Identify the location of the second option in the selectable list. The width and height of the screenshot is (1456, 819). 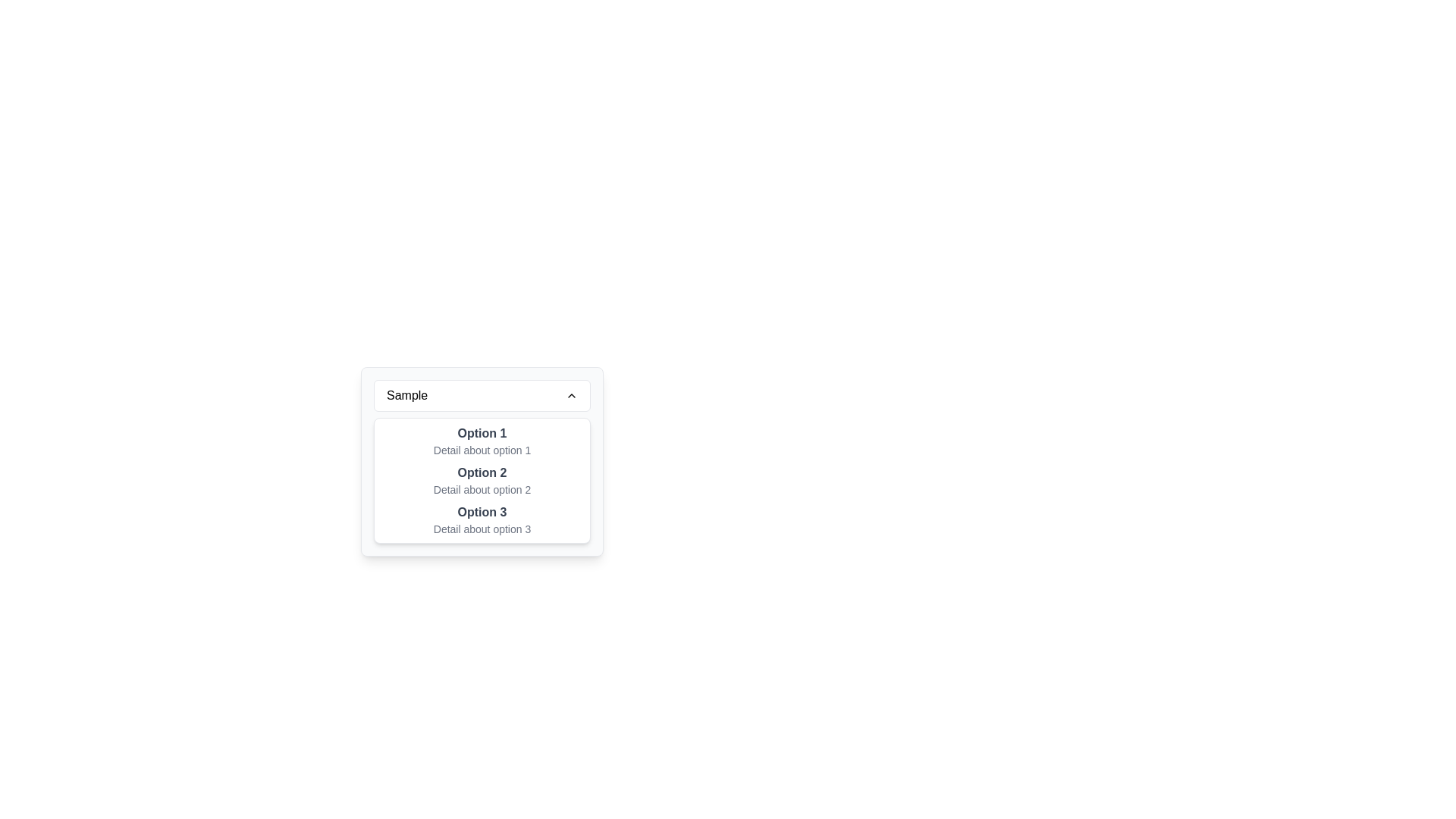
(481, 480).